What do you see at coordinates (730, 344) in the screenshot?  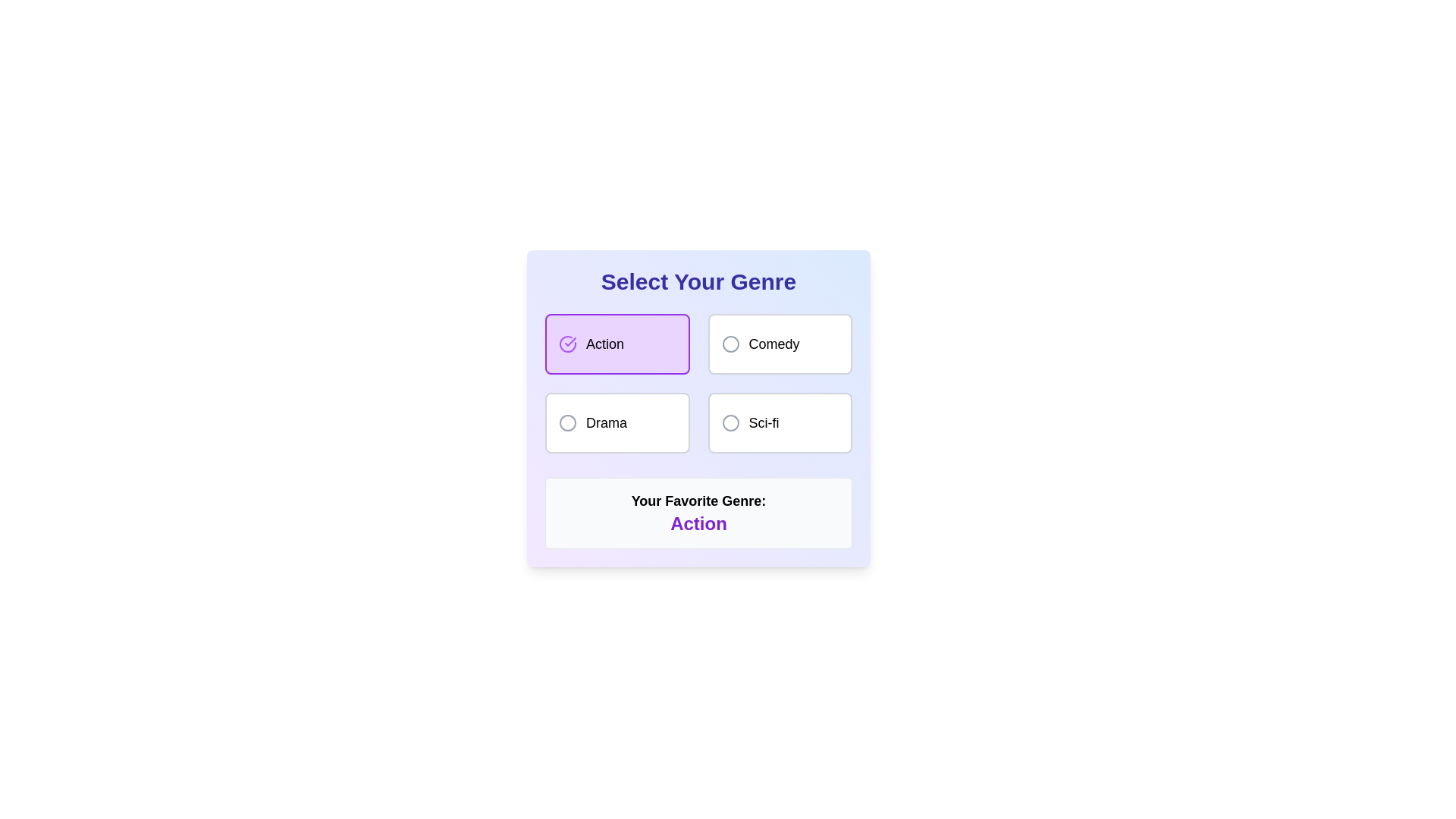 I see `the circular outline of the 'Comedy' radio selection option` at bounding box center [730, 344].